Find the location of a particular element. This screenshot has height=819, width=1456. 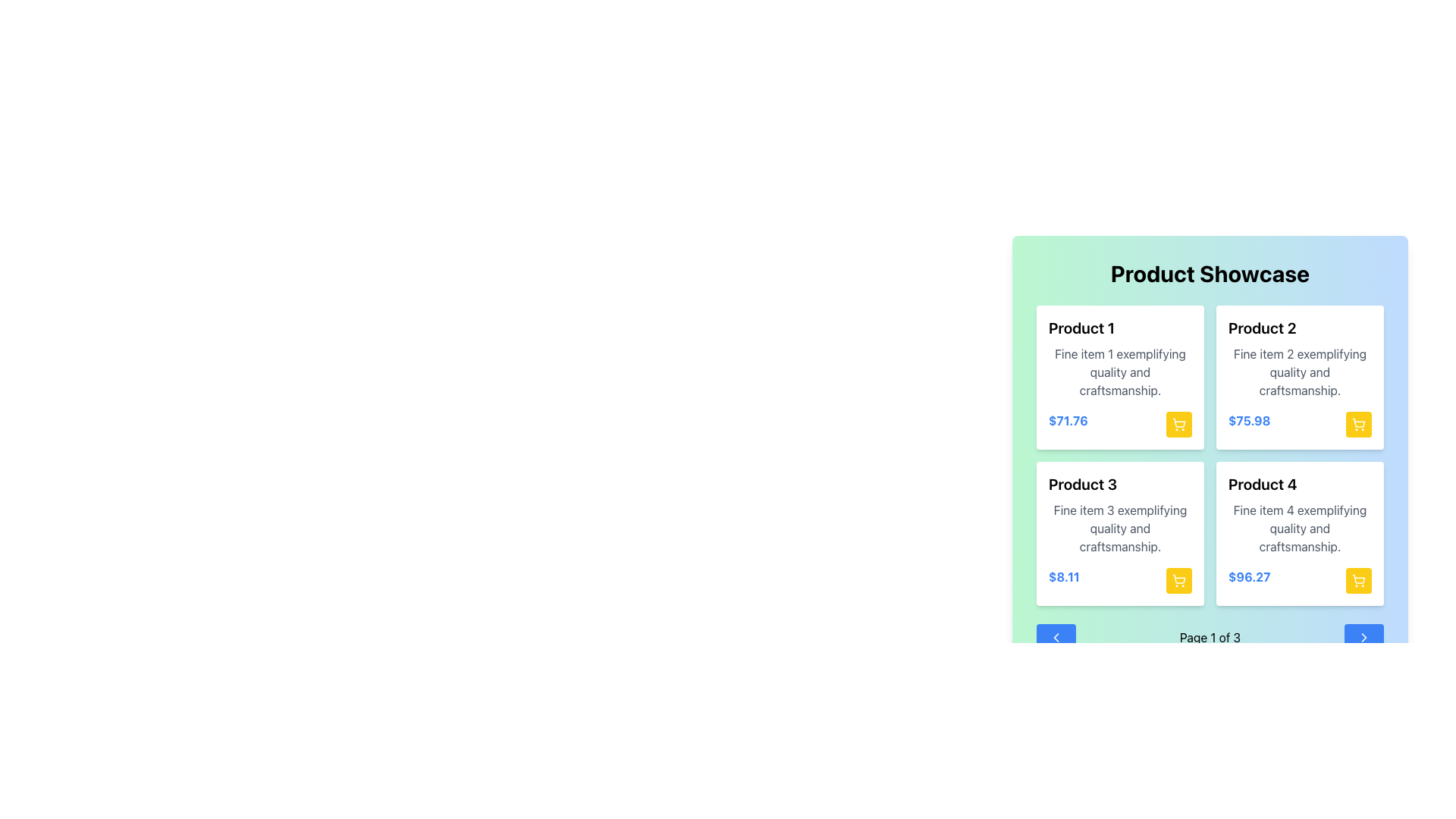

the text block that describes 'Product 2', which is located in the second item of the grid layout under the 'Product Showcase' section is located at coordinates (1299, 372).